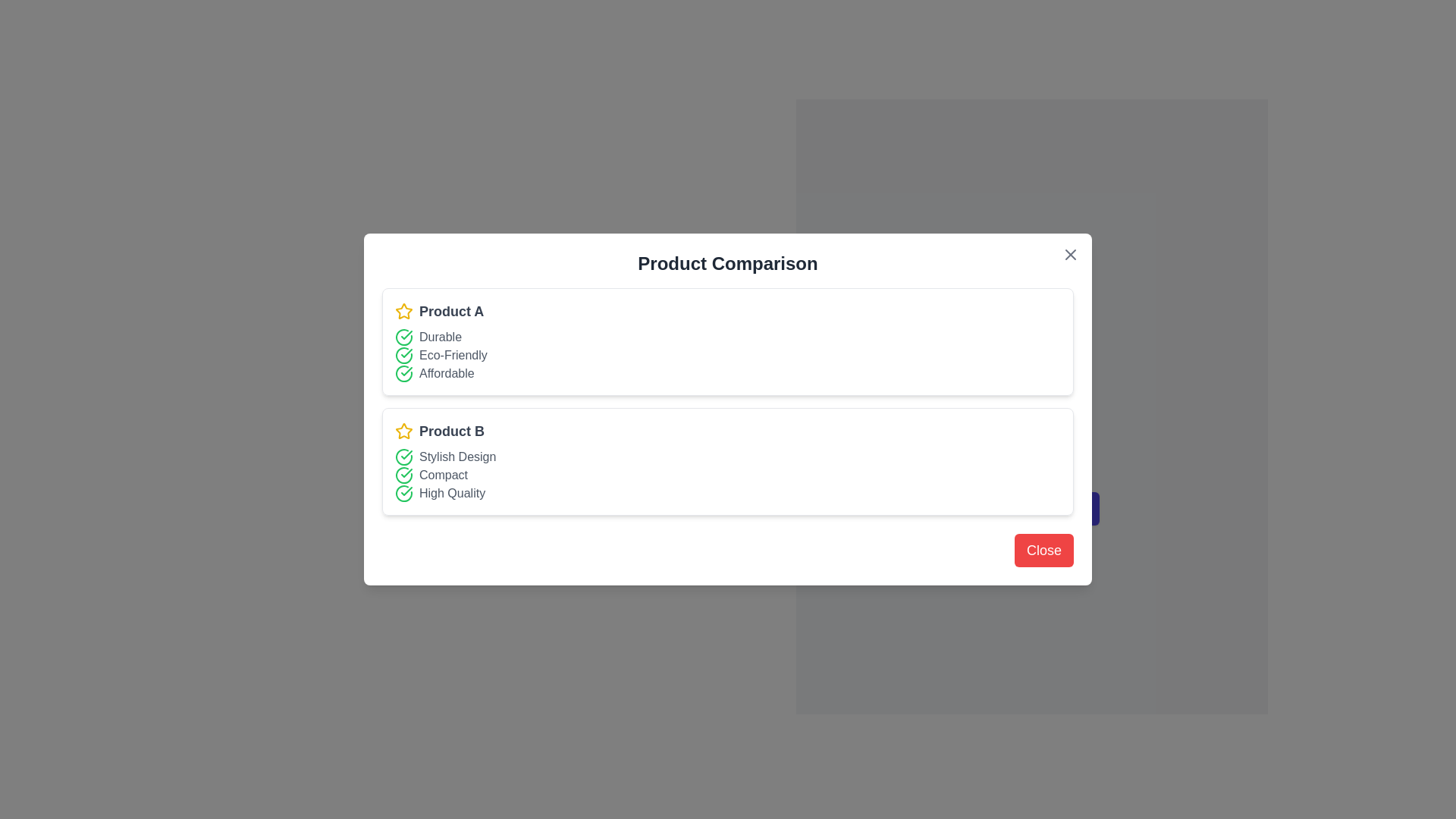  Describe the element at coordinates (406, 491) in the screenshot. I see `the second checkmark icon styled in green, indicating a verified status, located in the 'Product B' section adjacent to the text 'Compact'` at that location.